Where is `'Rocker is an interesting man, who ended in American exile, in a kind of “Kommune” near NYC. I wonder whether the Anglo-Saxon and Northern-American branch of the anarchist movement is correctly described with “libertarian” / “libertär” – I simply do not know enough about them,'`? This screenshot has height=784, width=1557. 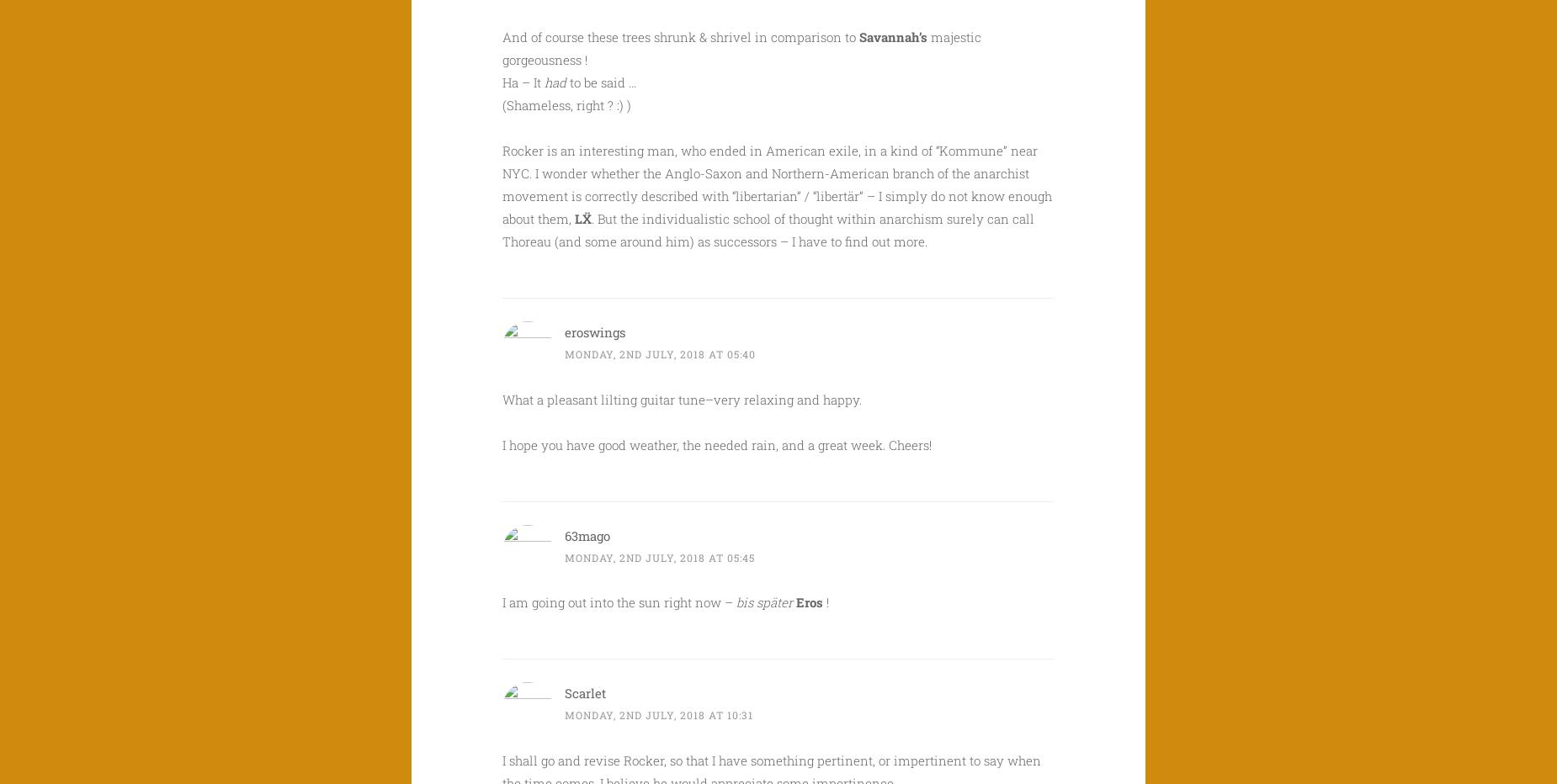 'Rocker is an interesting man, who ended in American exile, in a kind of “Kommune” near NYC. I wonder whether the Anglo-Saxon and Northern-American branch of the anarchist movement is correctly described with “libertarian” / “libertär” – I simply do not know enough about them,' is located at coordinates (777, 184).